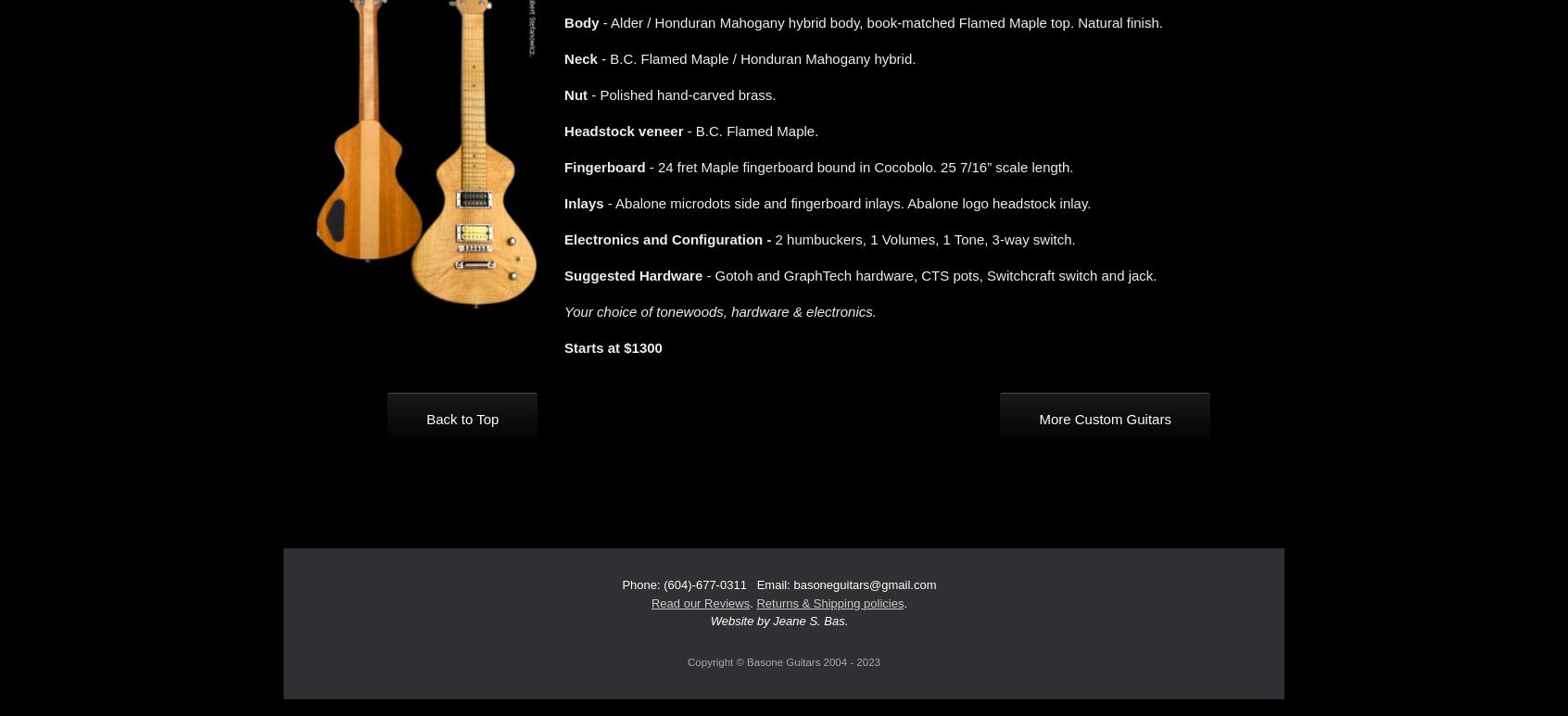 The height and width of the screenshot is (716, 1568). I want to click on 'Starts at $1300', so click(613, 347).